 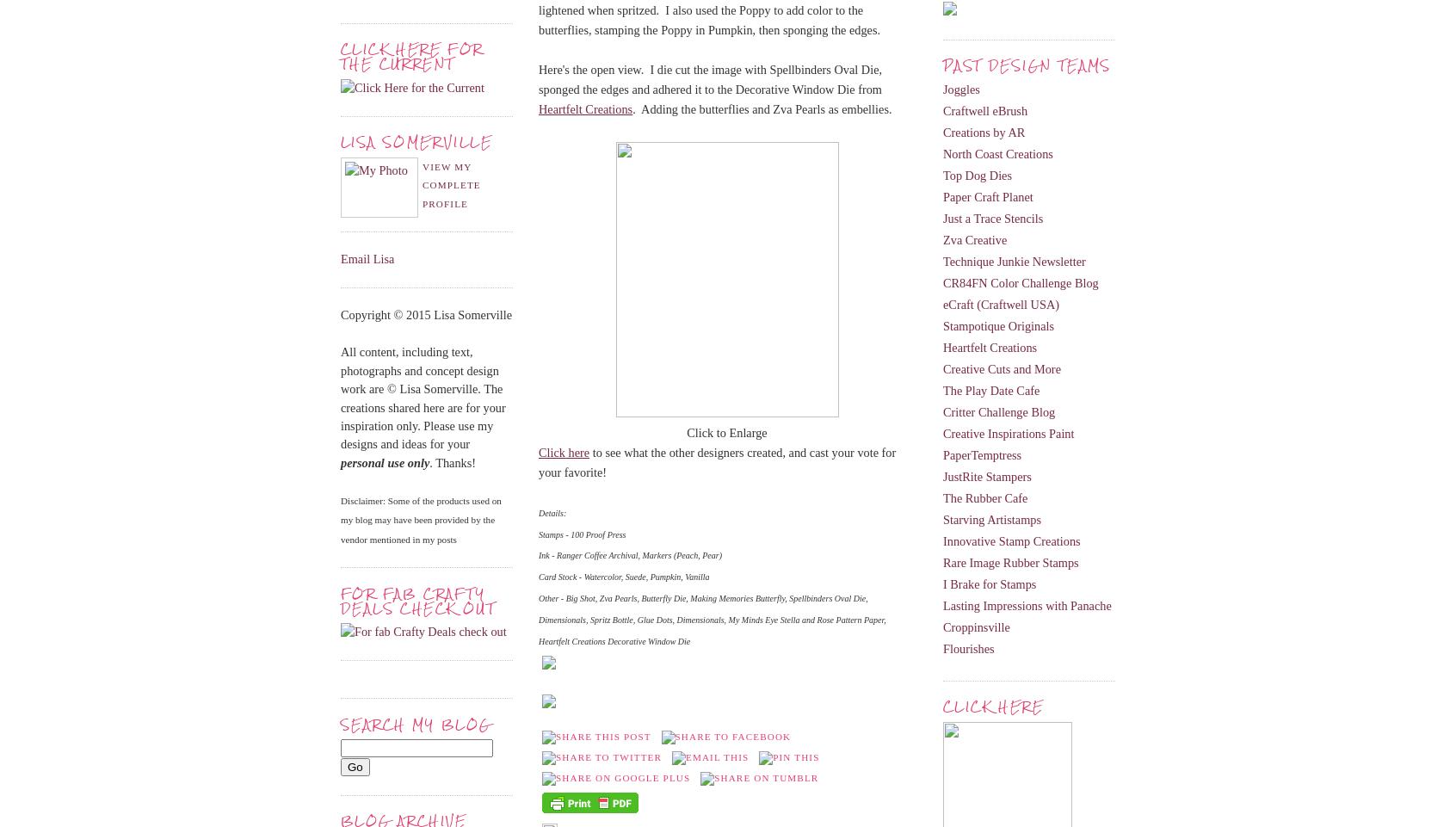 What do you see at coordinates (943, 261) in the screenshot?
I see `'Technique Junkie Newsletter'` at bounding box center [943, 261].